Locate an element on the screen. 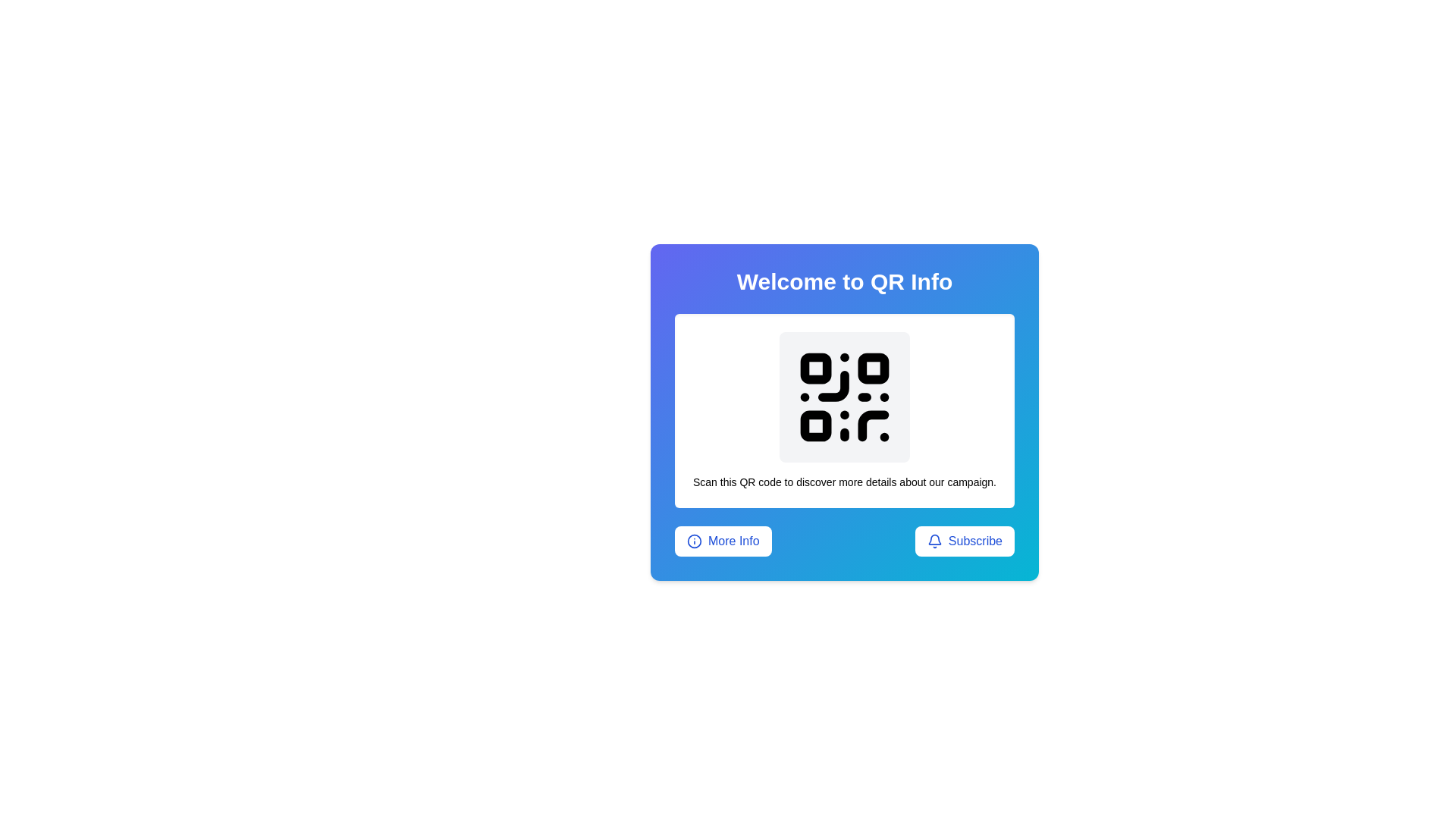  the 'More Info' button with a white background and blue text that features rounded corners and an information icon is located at coordinates (722, 540).